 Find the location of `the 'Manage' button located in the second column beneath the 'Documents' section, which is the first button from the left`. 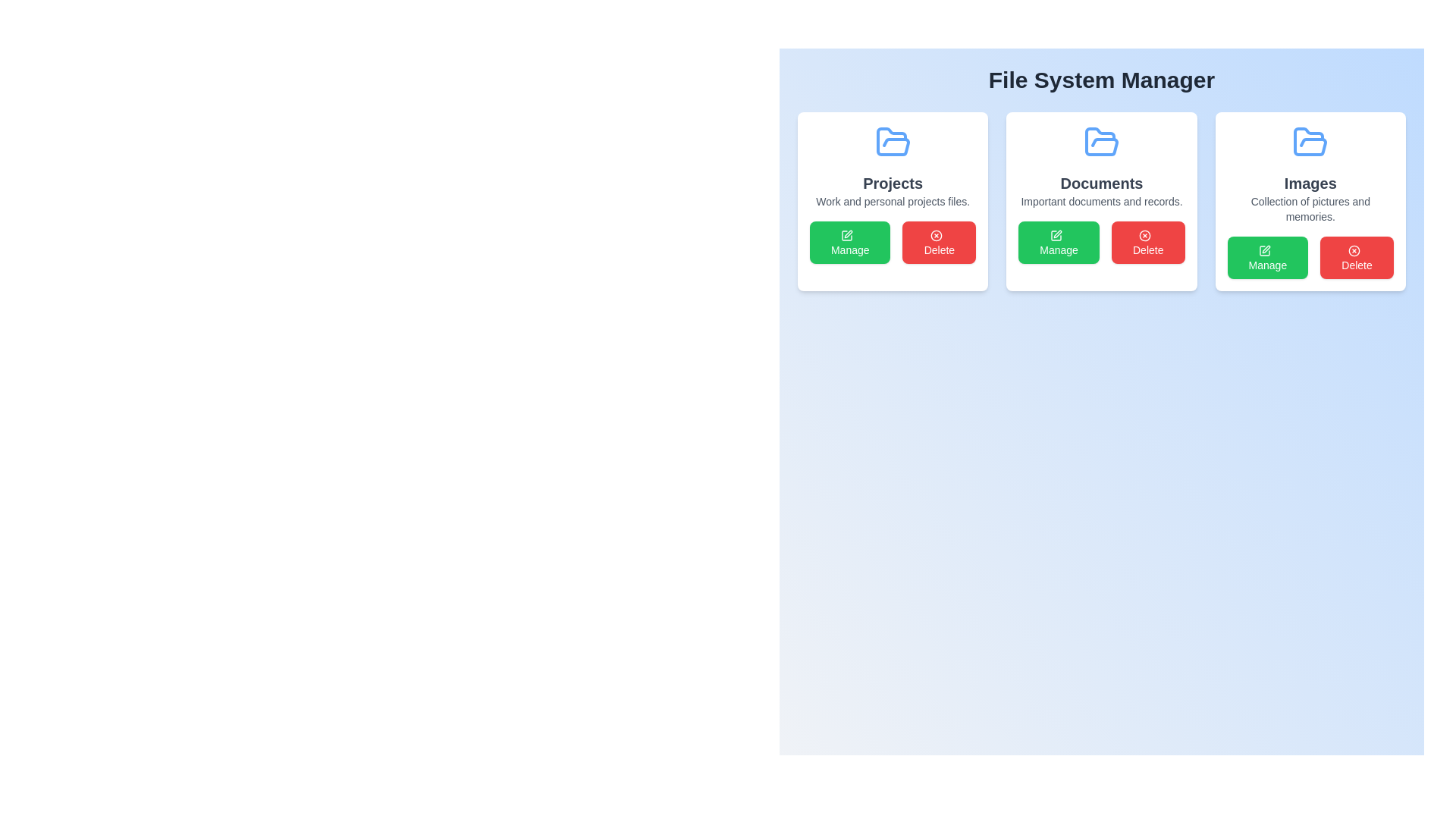

the 'Manage' button located in the second column beneath the 'Documents' section, which is the first button from the left is located at coordinates (1058, 242).